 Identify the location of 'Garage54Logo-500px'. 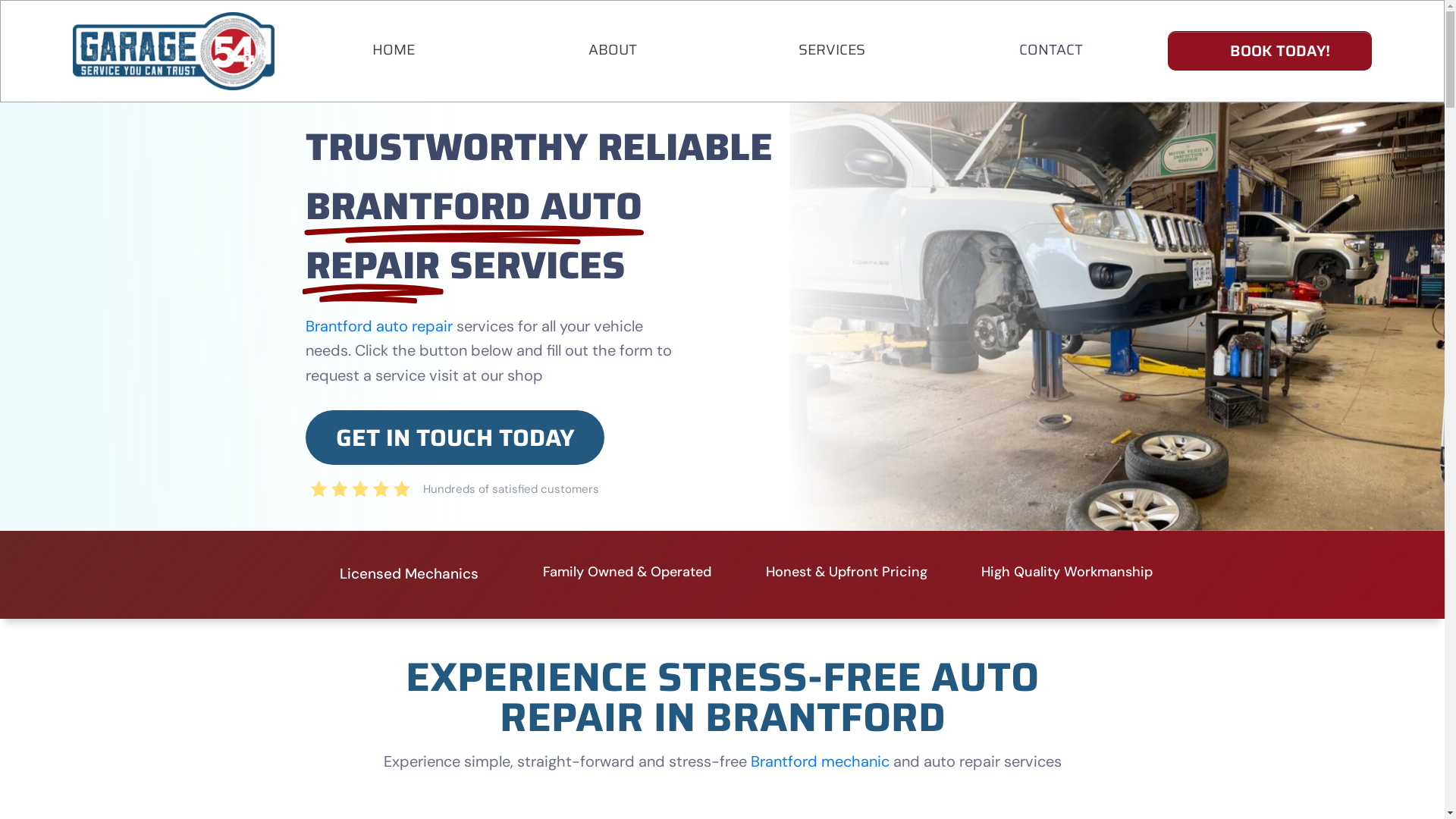
(72, 50).